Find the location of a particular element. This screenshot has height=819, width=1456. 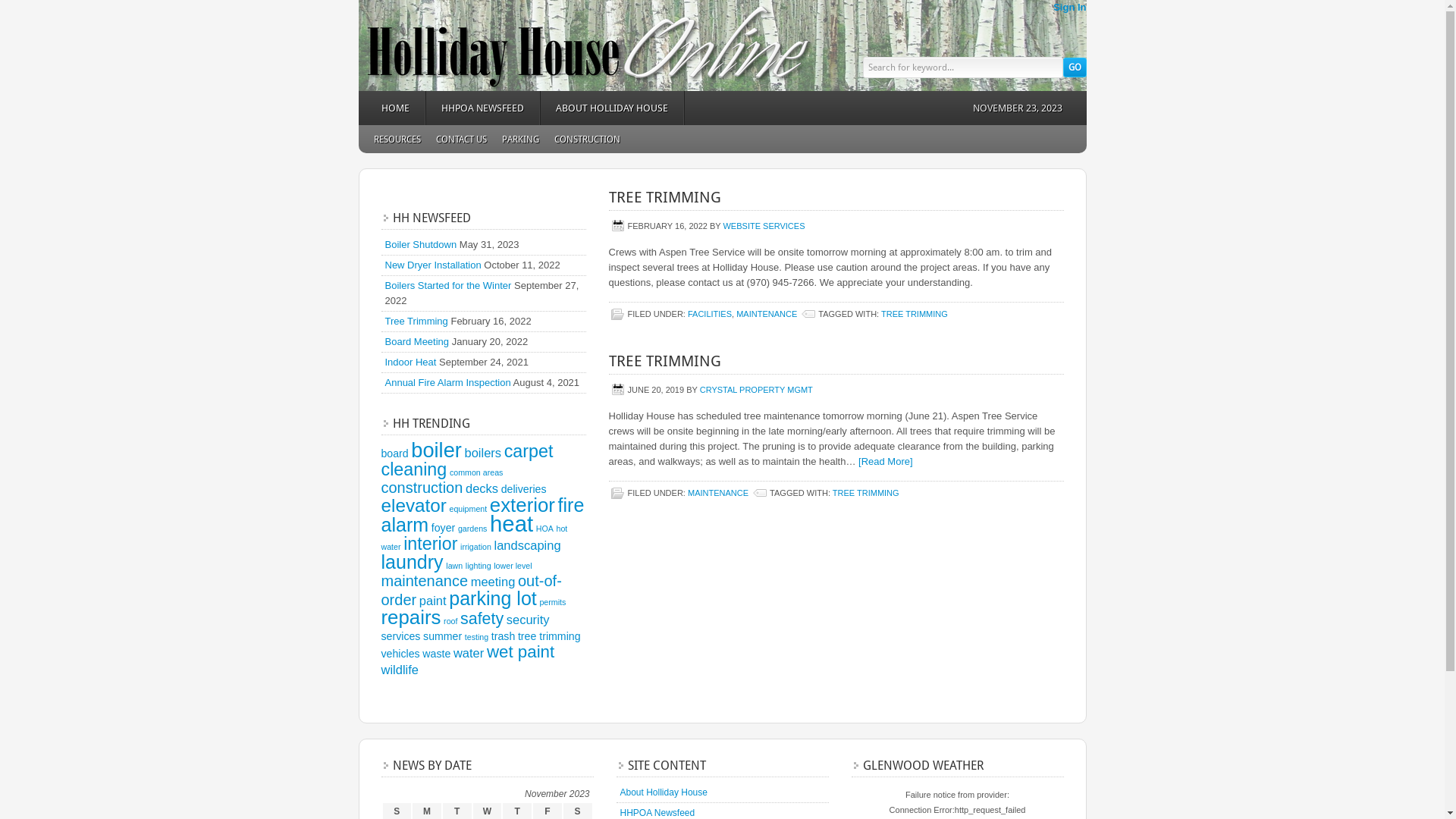

'HOLLIDAY HOUSE ONLINE' is located at coordinates (494, 45).